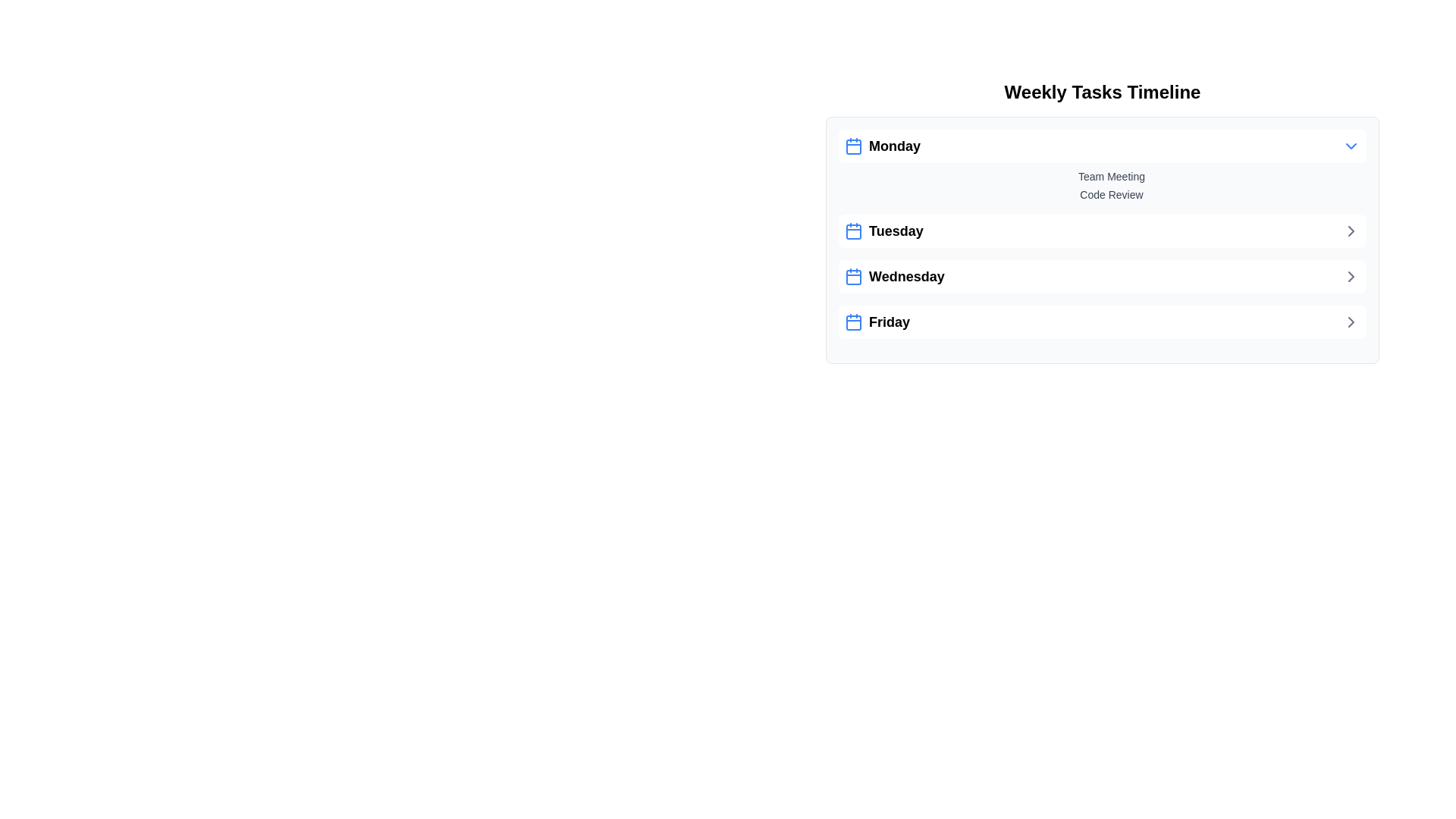 Image resolution: width=1456 pixels, height=819 pixels. What do you see at coordinates (854, 322) in the screenshot?
I see `the calendar icon associated with the 'Friday' label in the Weekly Tasks Timeline interface` at bounding box center [854, 322].